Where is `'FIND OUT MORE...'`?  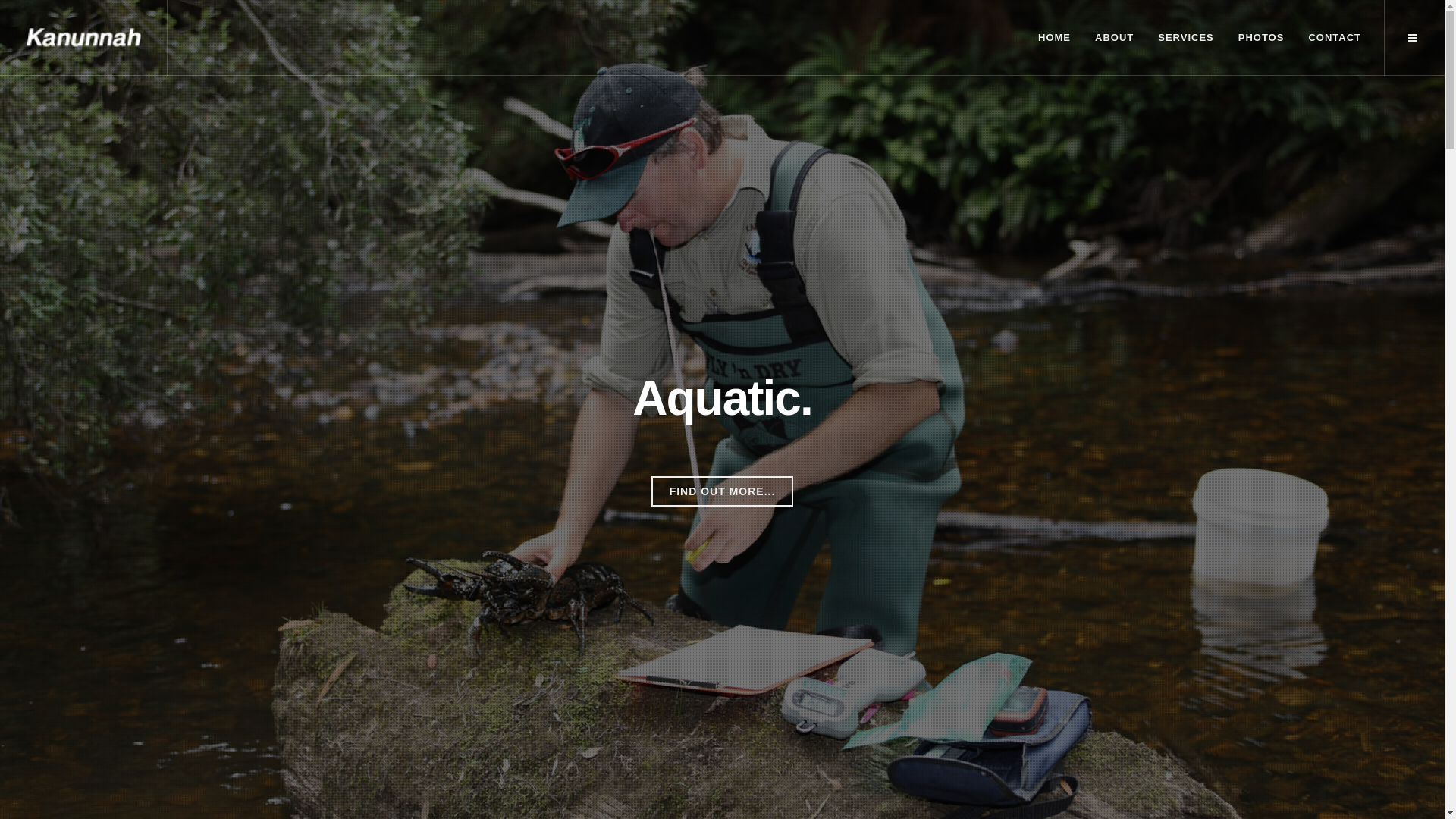 'FIND OUT MORE...' is located at coordinates (651, 491).